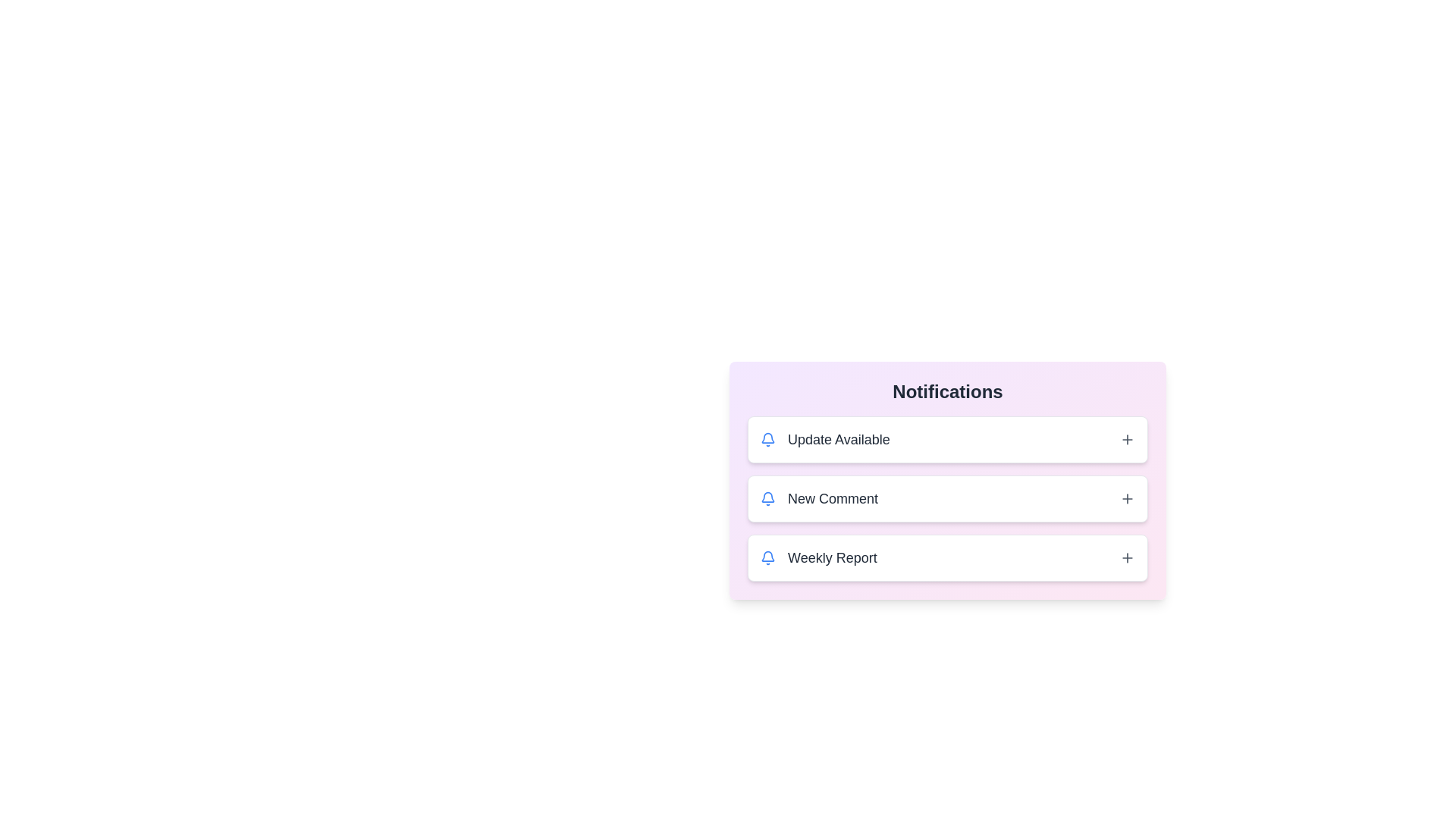 This screenshot has height=819, width=1456. Describe the element at coordinates (946, 558) in the screenshot. I see `the notification titled 'Weekly Report'` at that location.